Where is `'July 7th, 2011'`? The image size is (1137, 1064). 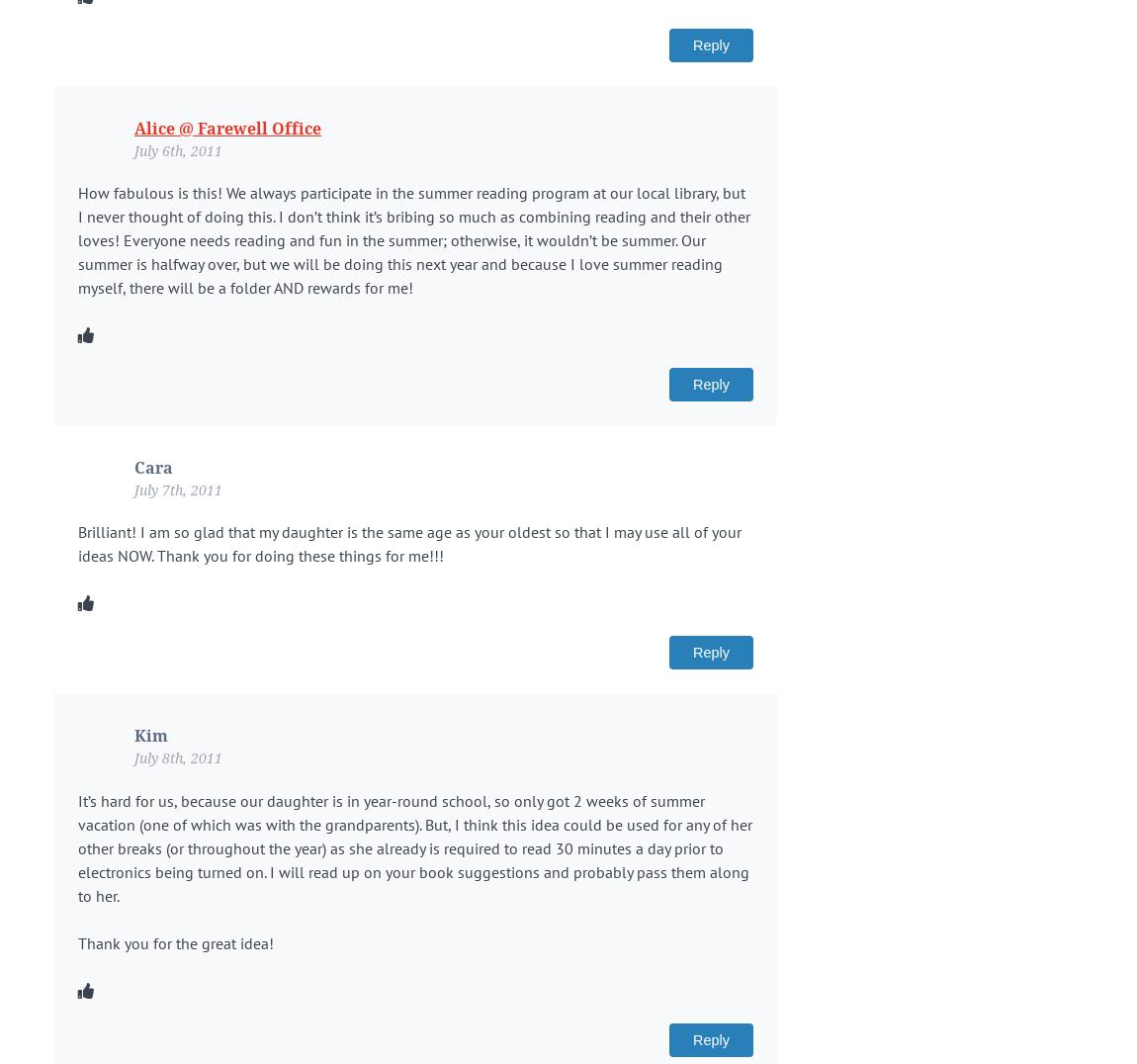 'July 7th, 2011' is located at coordinates (133, 488).